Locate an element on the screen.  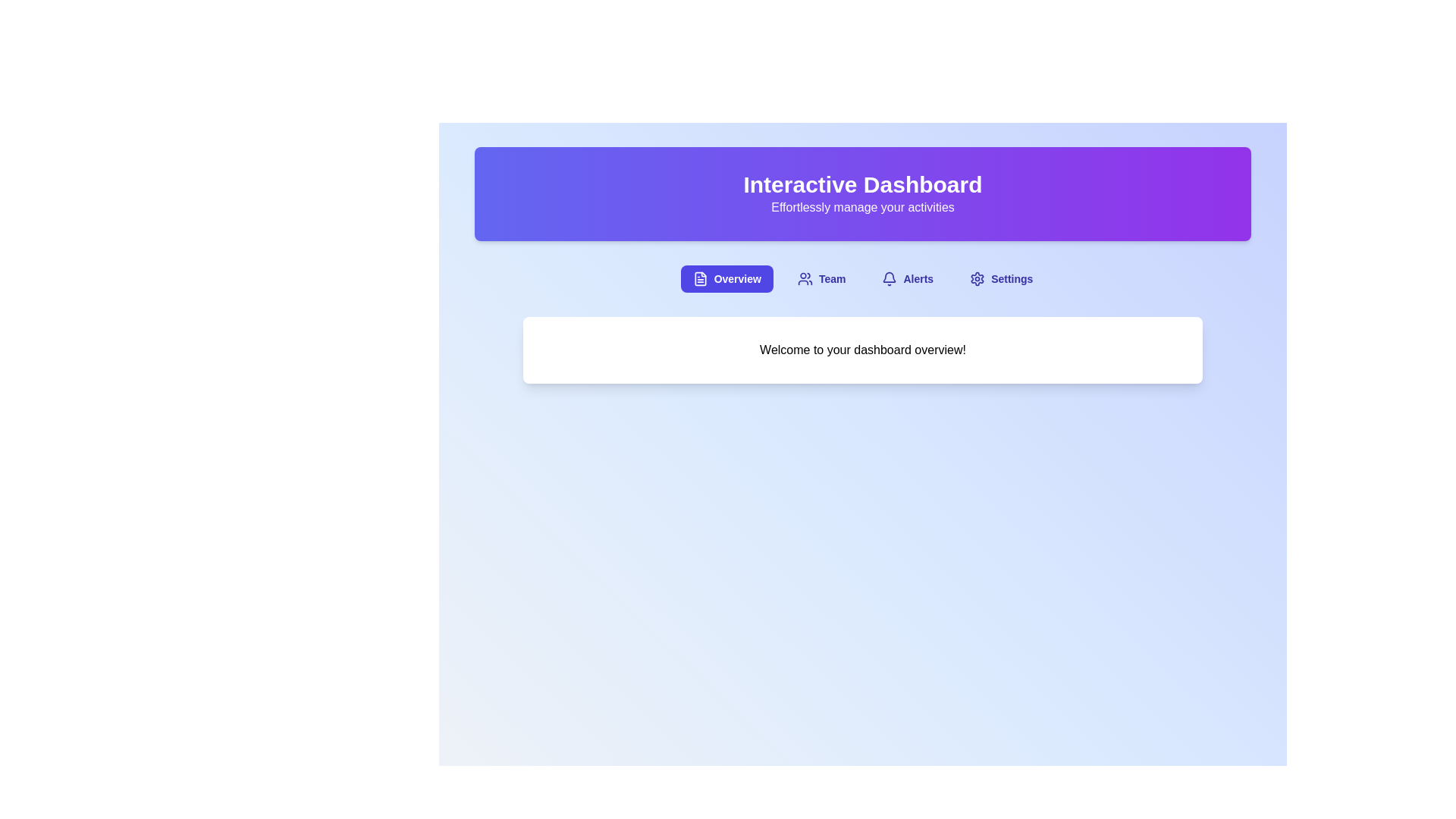
the 'Team' icon located to the left of the 'Team' text in the second position of the navigation menu bar is located at coordinates (804, 278).